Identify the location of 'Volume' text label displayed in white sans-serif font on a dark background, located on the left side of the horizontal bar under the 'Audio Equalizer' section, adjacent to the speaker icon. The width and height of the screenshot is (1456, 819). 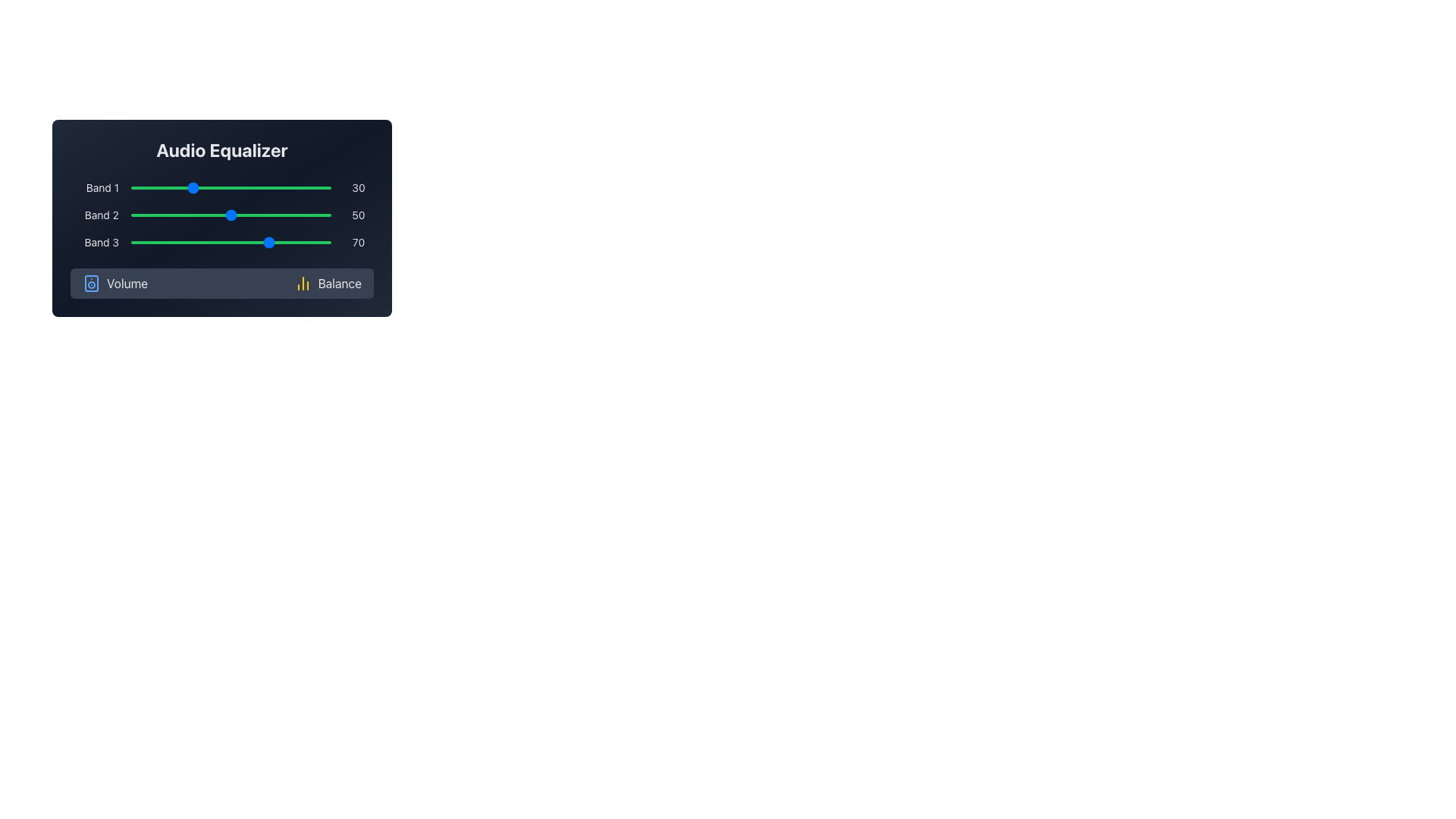
(127, 284).